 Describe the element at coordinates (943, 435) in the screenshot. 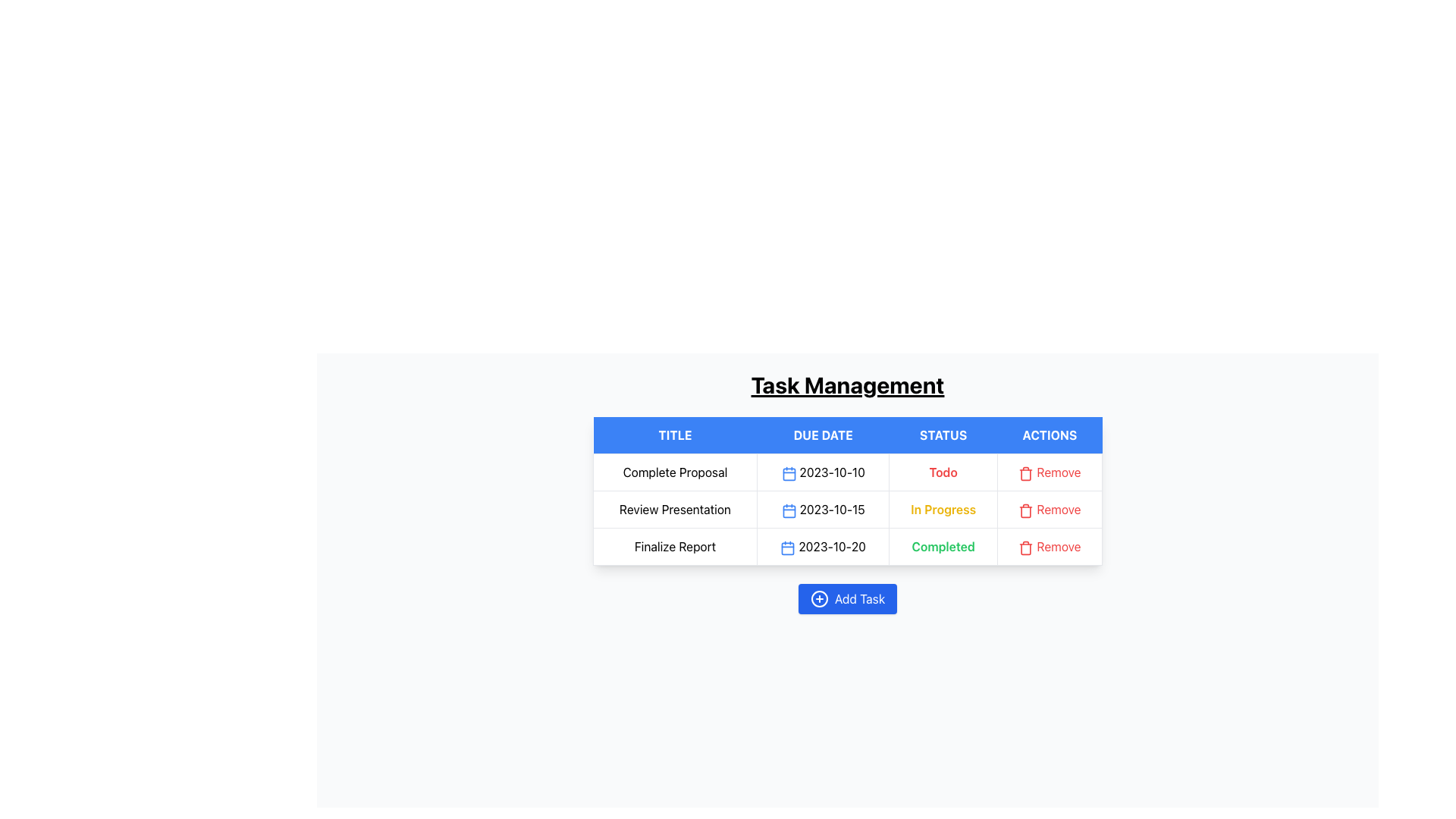

I see `the 'STATUS' column header label in the table, which is the third column header located between 'DUE DATE' and 'ACTIONS'` at that location.